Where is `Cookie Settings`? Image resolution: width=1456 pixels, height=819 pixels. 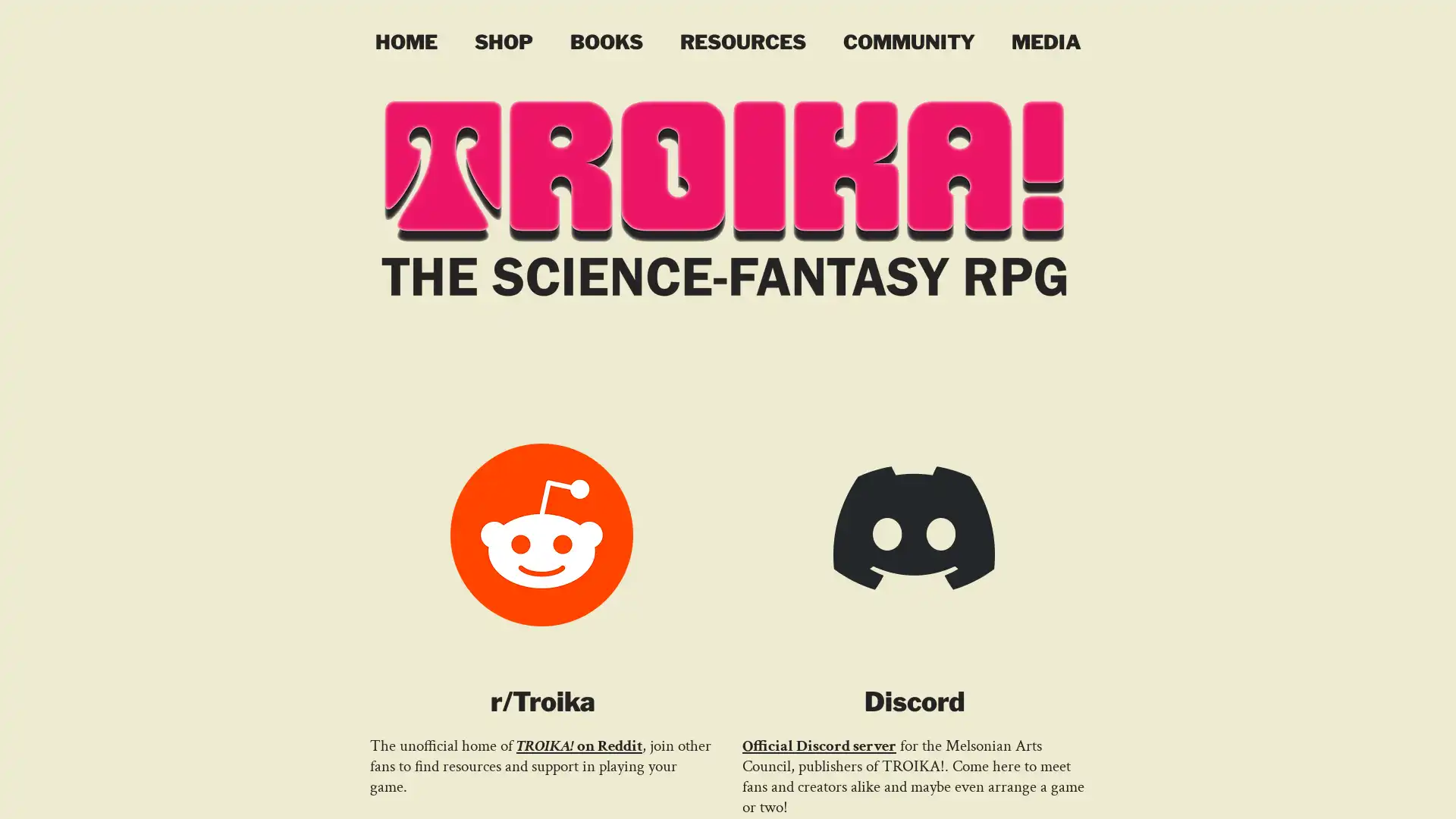
Cookie Settings is located at coordinates (1291, 792).